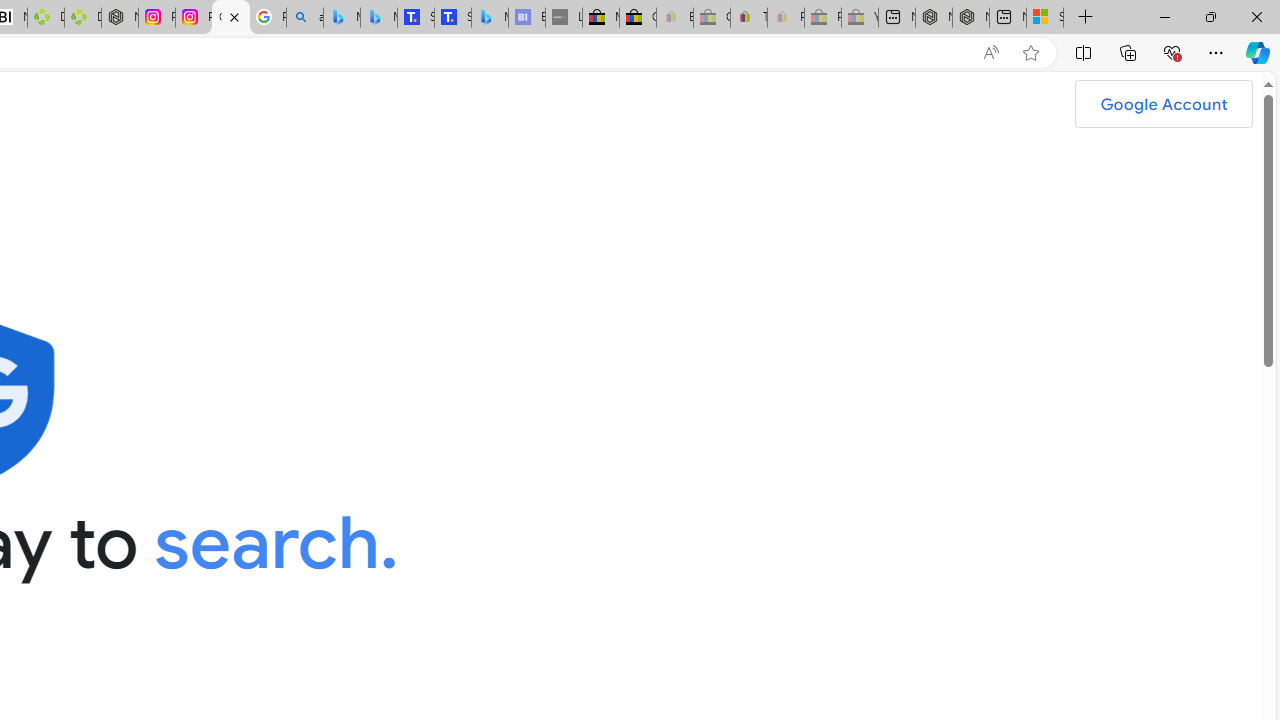 The height and width of the screenshot is (720, 1280). Describe the element at coordinates (452, 17) in the screenshot. I see `'Shangri-La Bangkok, Hotel reviews and Room rates'` at that location.